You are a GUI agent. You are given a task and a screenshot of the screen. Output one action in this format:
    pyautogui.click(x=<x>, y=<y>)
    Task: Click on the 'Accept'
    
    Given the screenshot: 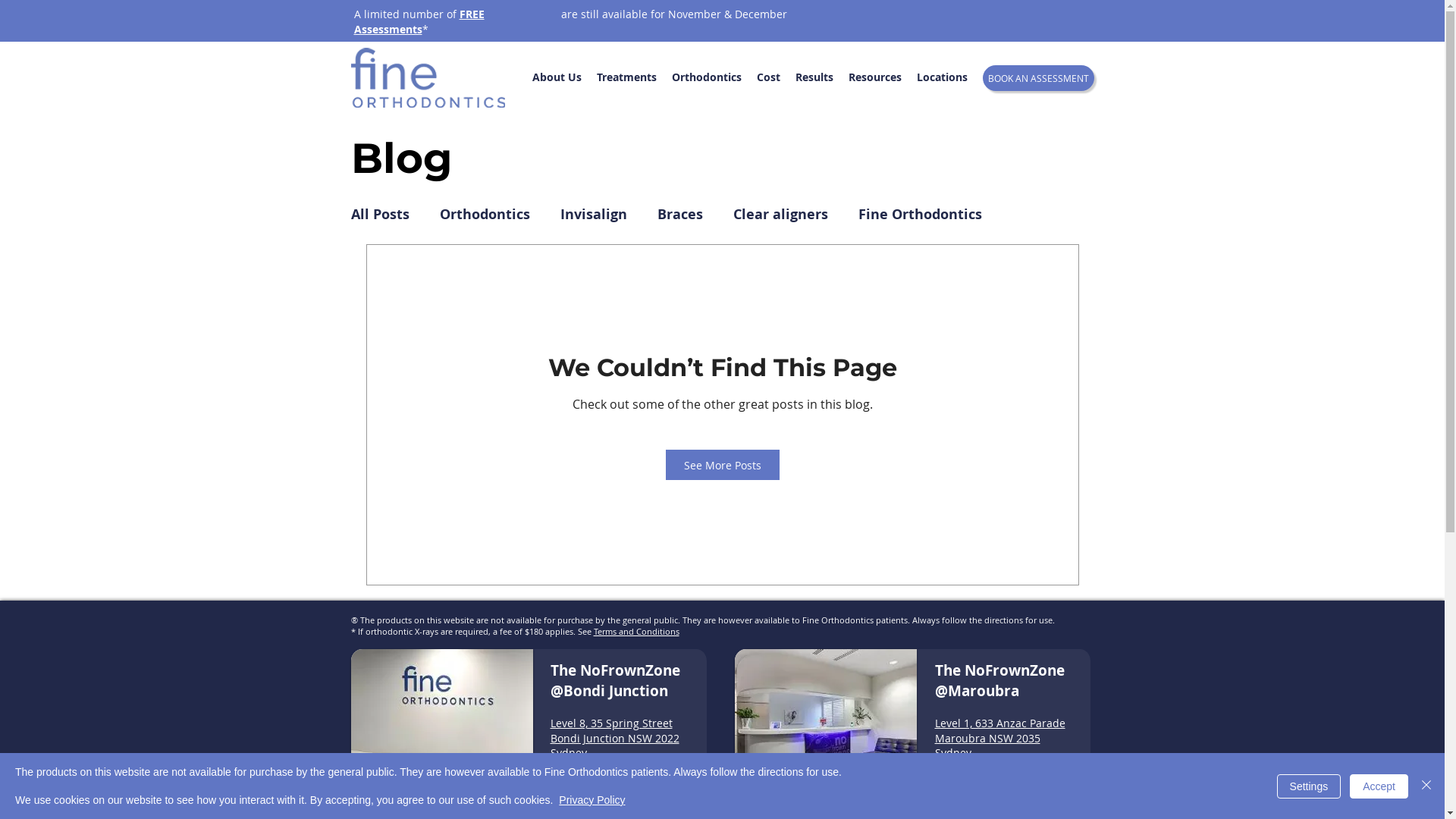 What is the action you would take?
    pyautogui.click(x=1379, y=786)
    